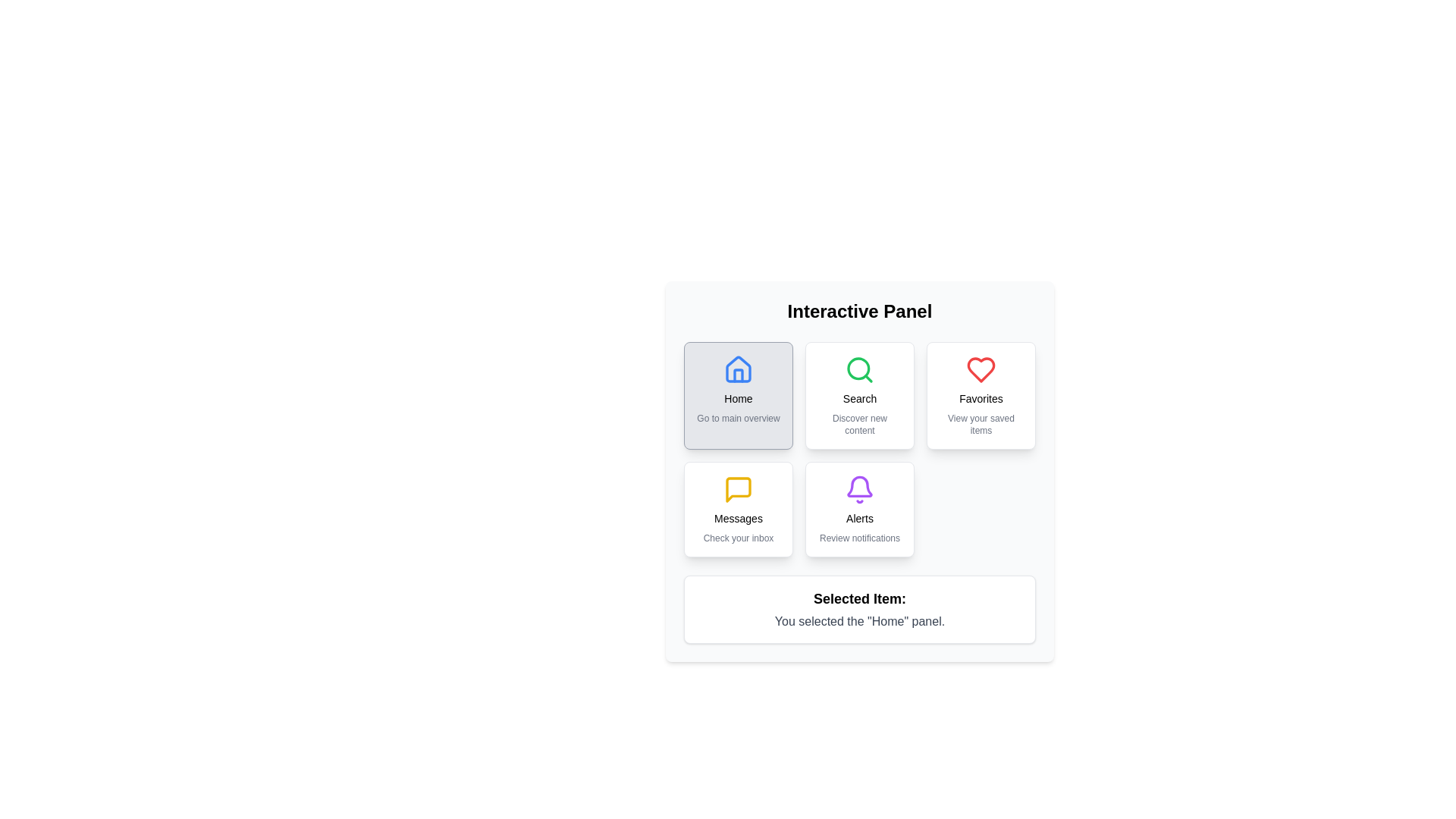 The image size is (1456, 819). I want to click on the decorative graphic element representing the lens of the magnifying glass in the 'Search' icon, located in the top row of the grid within the 'Interactive Panel', so click(858, 369).